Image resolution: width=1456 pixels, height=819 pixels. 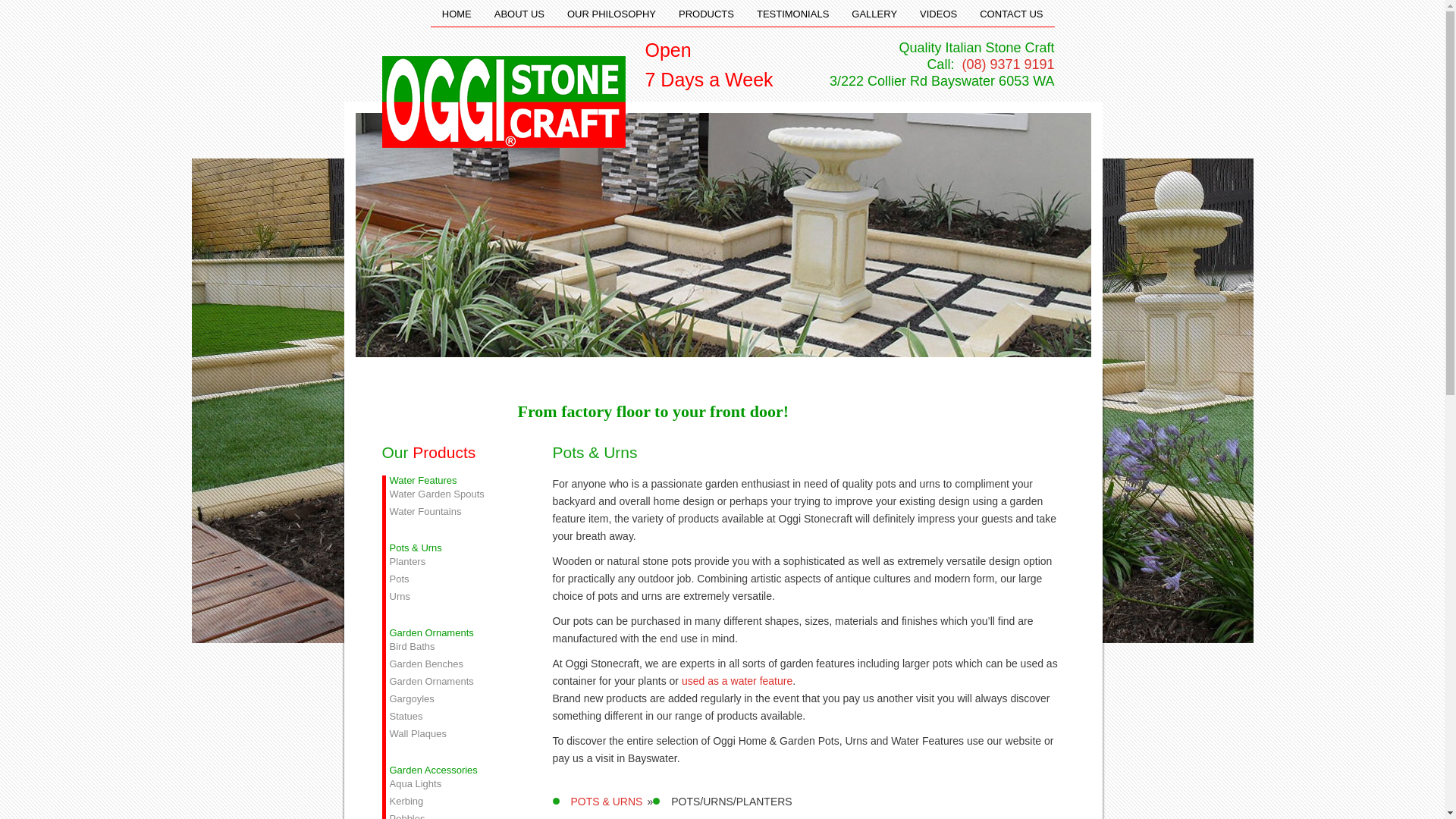 What do you see at coordinates (451, 561) in the screenshot?
I see `'Planters'` at bounding box center [451, 561].